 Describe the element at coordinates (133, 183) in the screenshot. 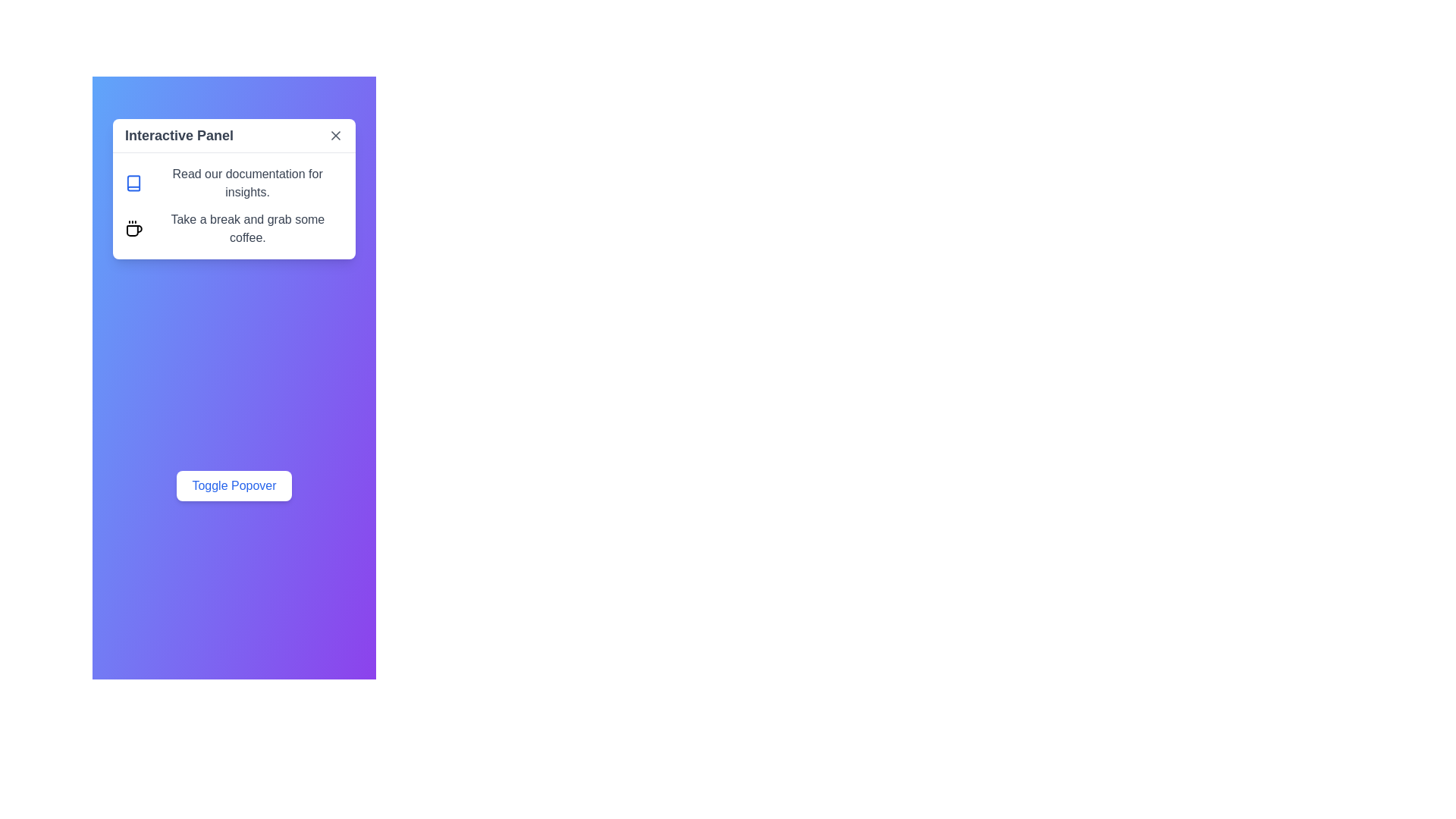

I see `the small blue book icon located to the left of the text 'Read our documentation for insights'` at that location.